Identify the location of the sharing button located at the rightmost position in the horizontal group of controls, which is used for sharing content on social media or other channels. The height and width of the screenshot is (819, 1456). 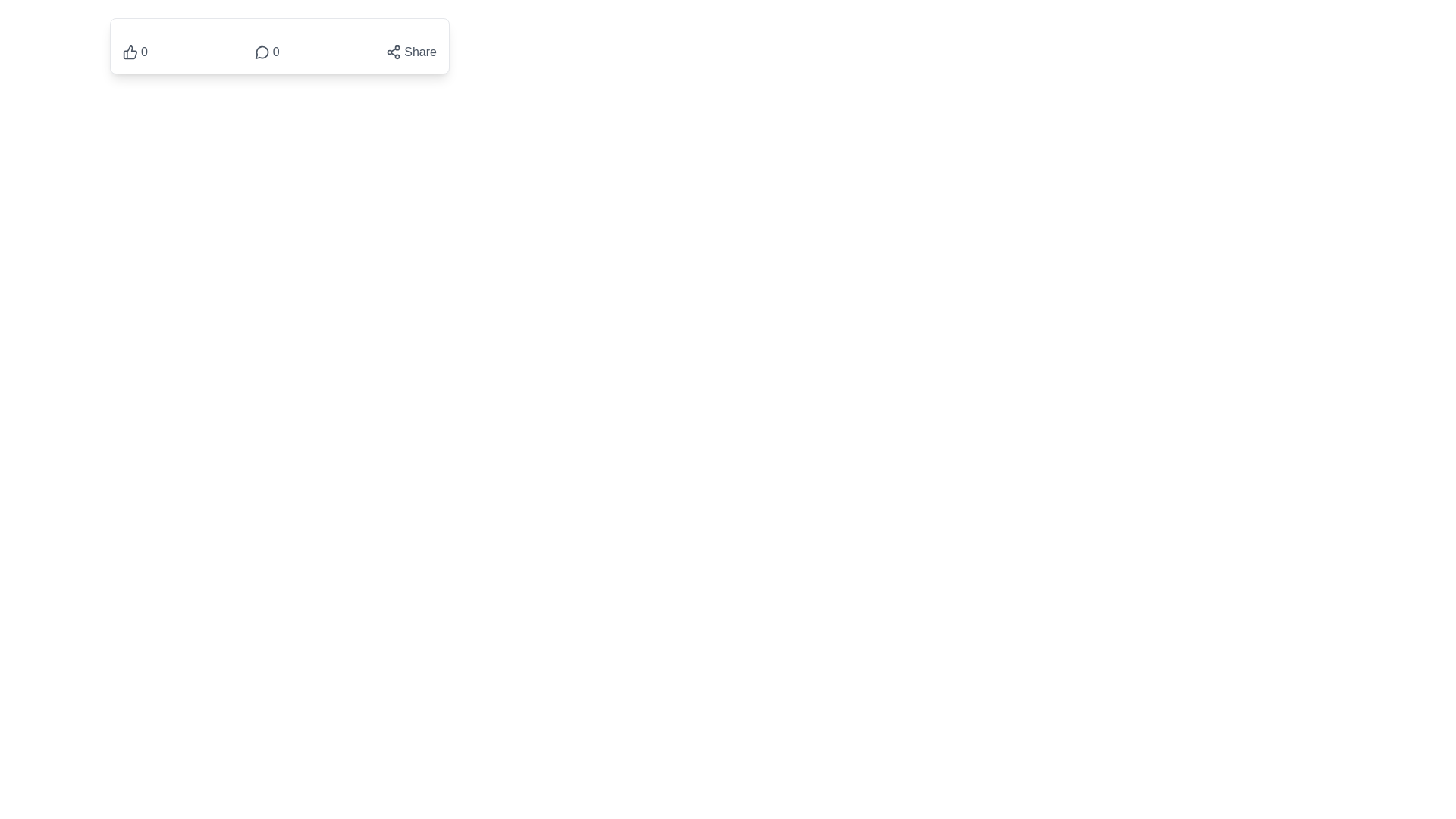
(411, 52).